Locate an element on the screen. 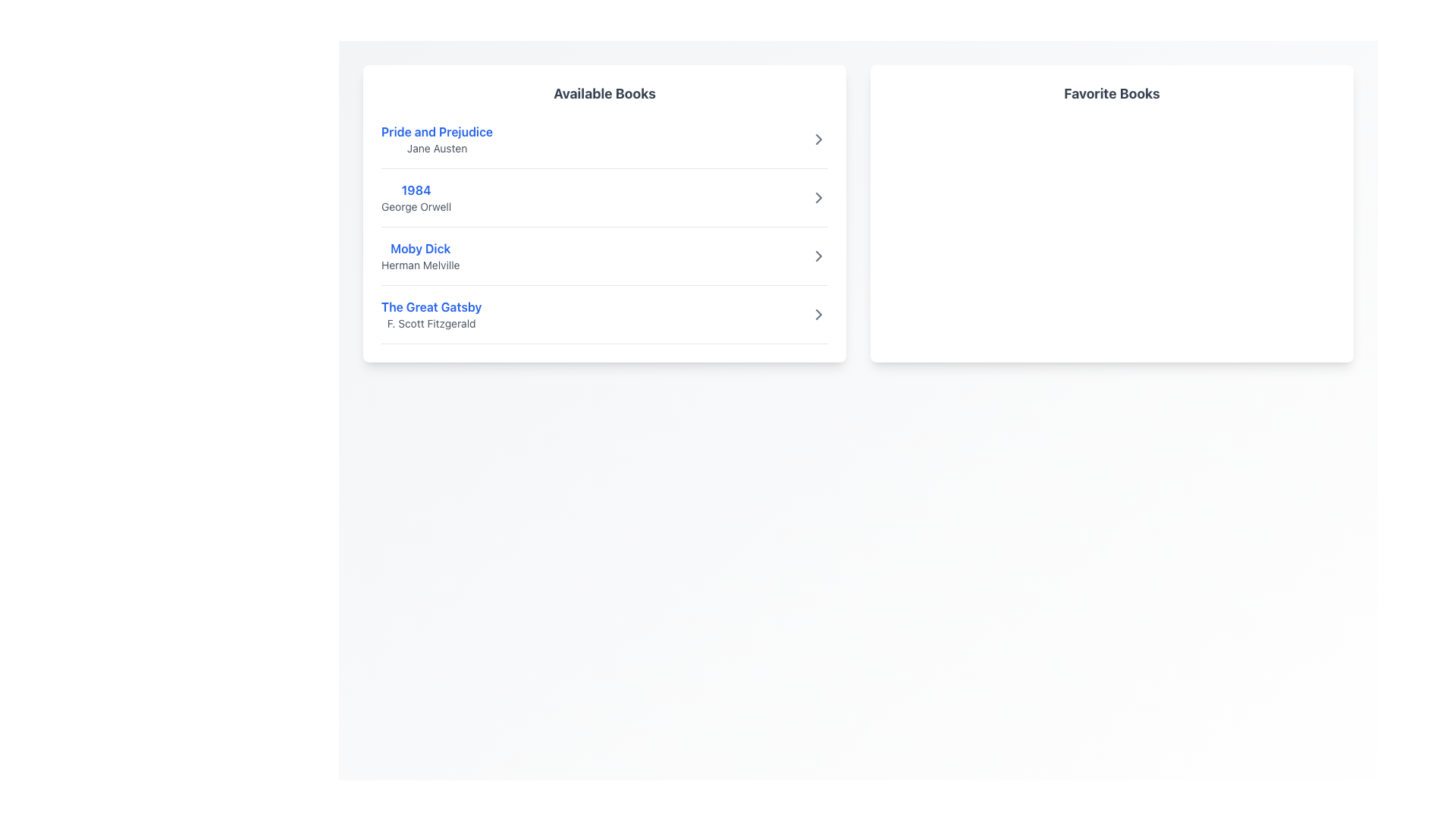 The width and height of the screenshot is (1456, 819). the first row of the book list in the 'Available Books' section is located at coordinates (604, 146).